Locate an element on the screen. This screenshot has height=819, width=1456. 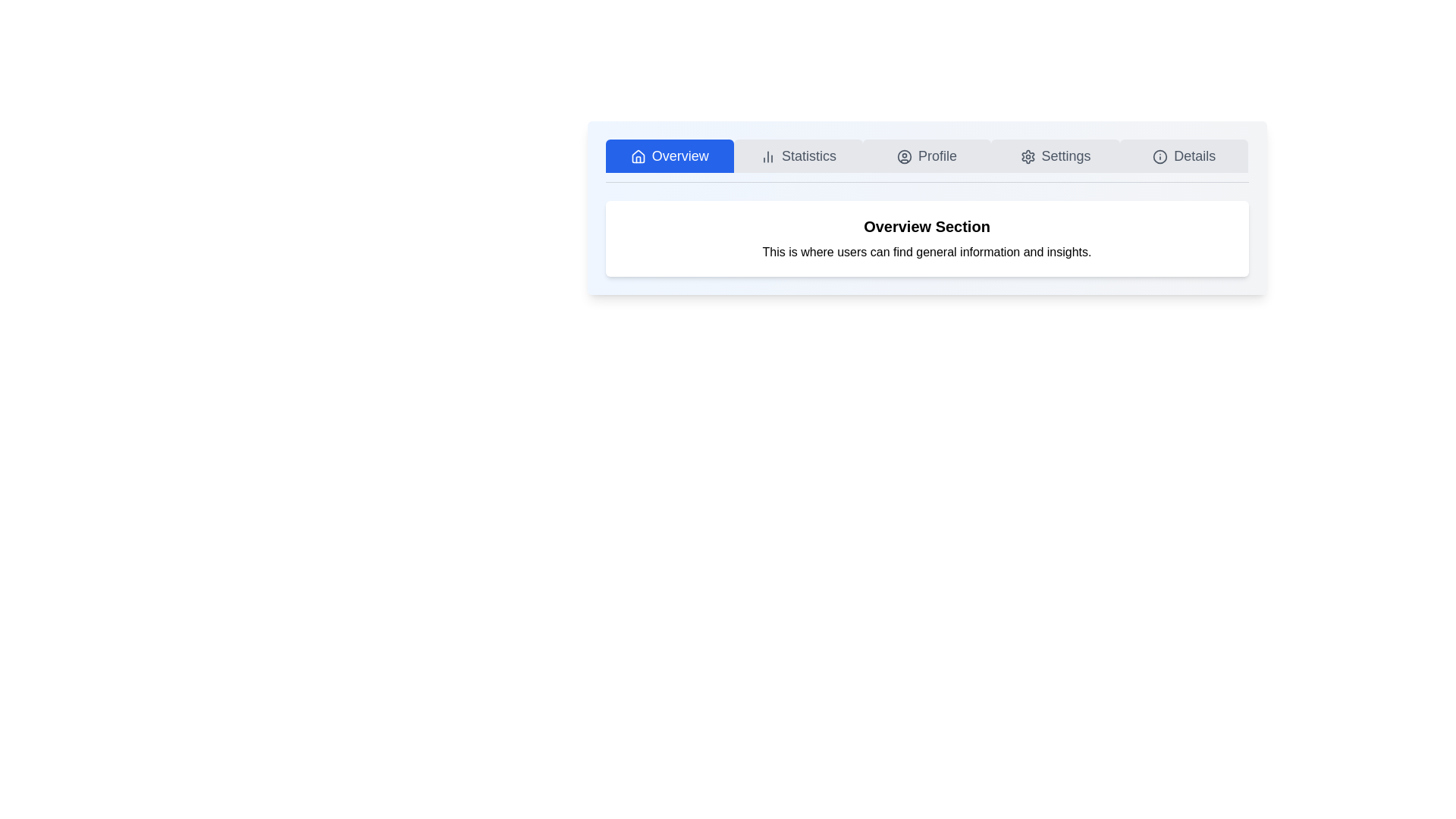
the 'Statistics' tab in the navigation bar is located at coordinates (797, 155).